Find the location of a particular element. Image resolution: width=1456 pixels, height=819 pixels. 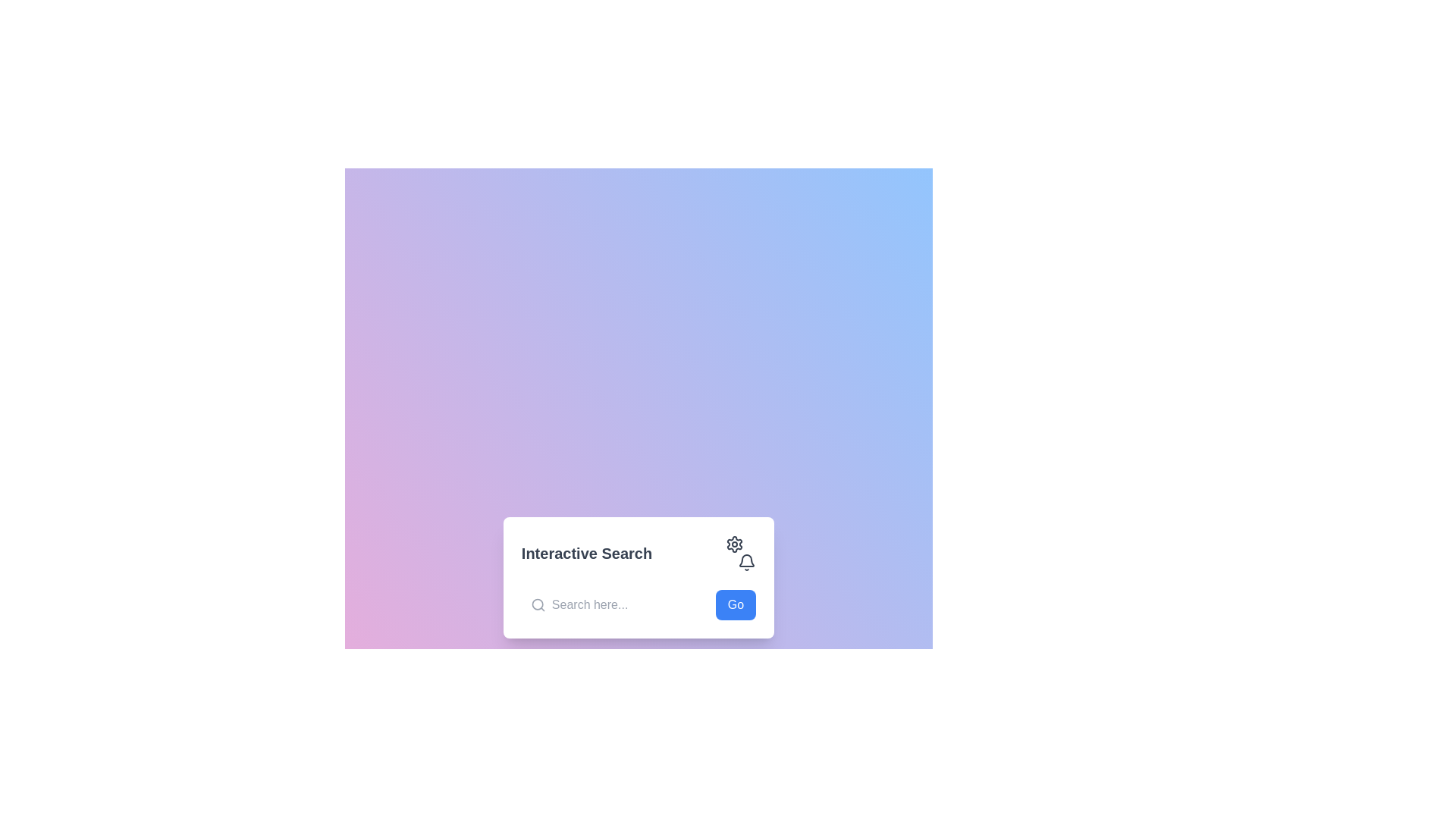

the bell icon, which is a minimalistic bell styled with a thin black outline, located in the top-right corner of the interactive search panel, next to the gear icon is located at coordinates (747, 563).